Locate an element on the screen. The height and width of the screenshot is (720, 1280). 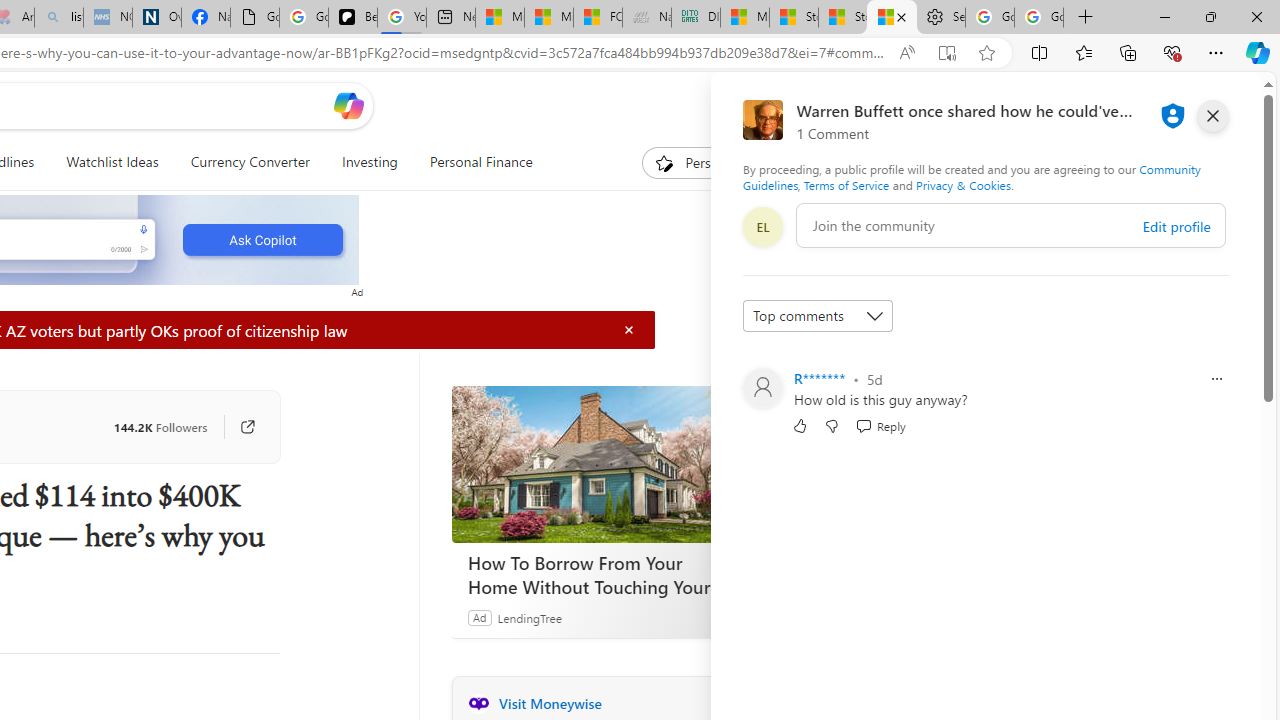
'Terms of Service' is located at coordinates (846, 185).